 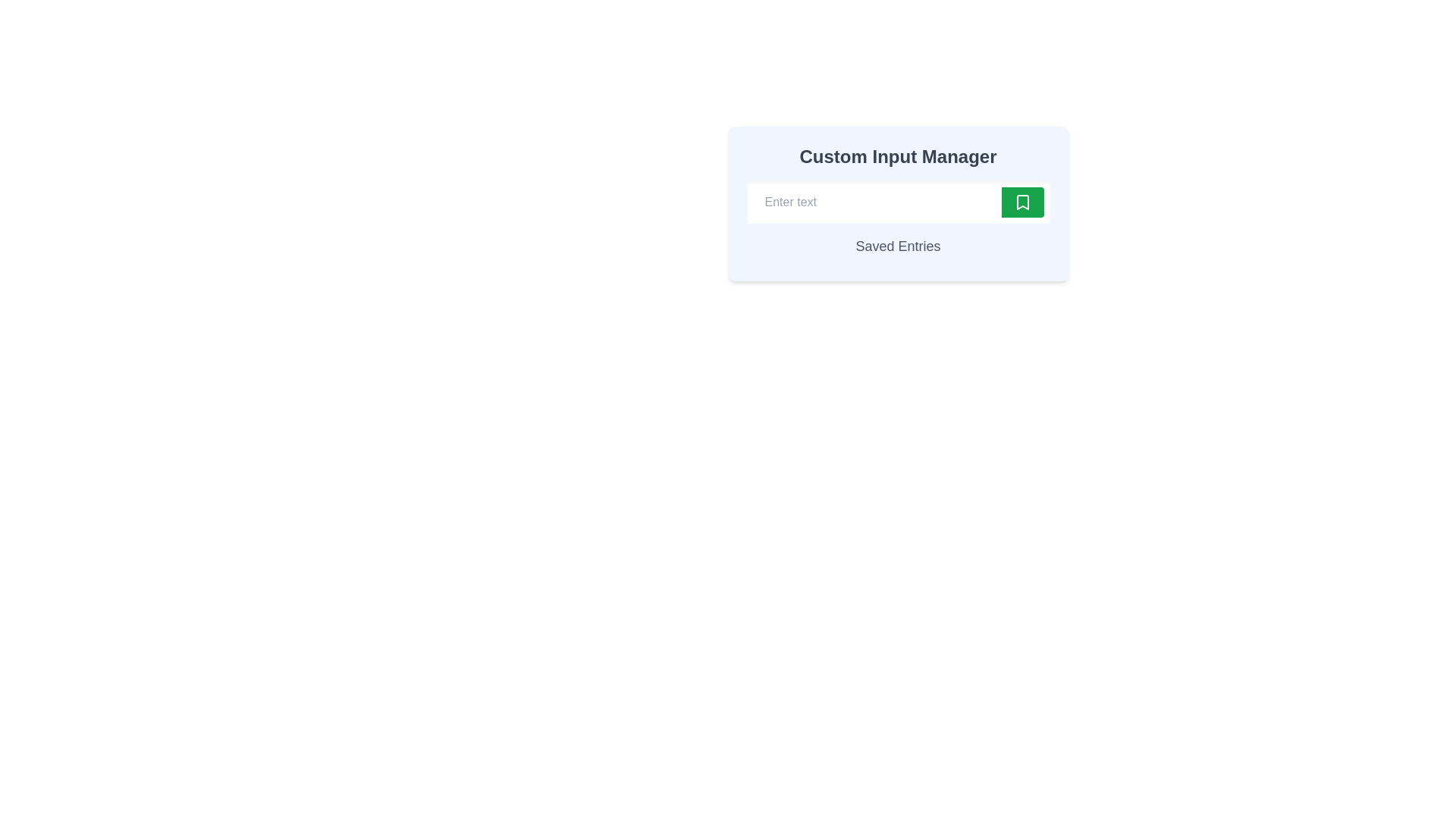 I want to click on the bookmark icon, which is embedded within a green square, within the Custom Input Manager section of the interface, so click(x=1022, y=201).